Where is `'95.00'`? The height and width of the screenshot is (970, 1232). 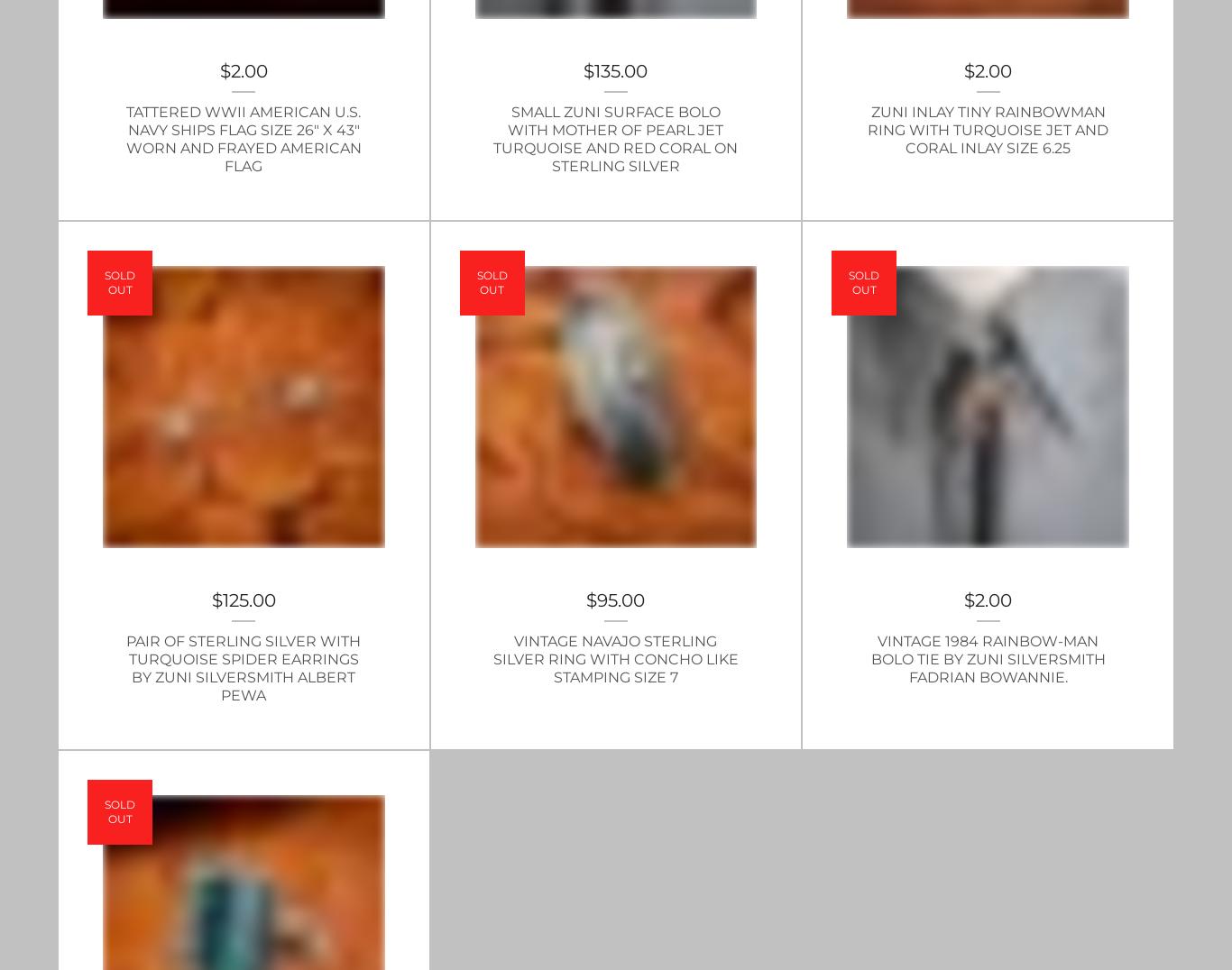
'95.00' is located at coordinates (621, 598).